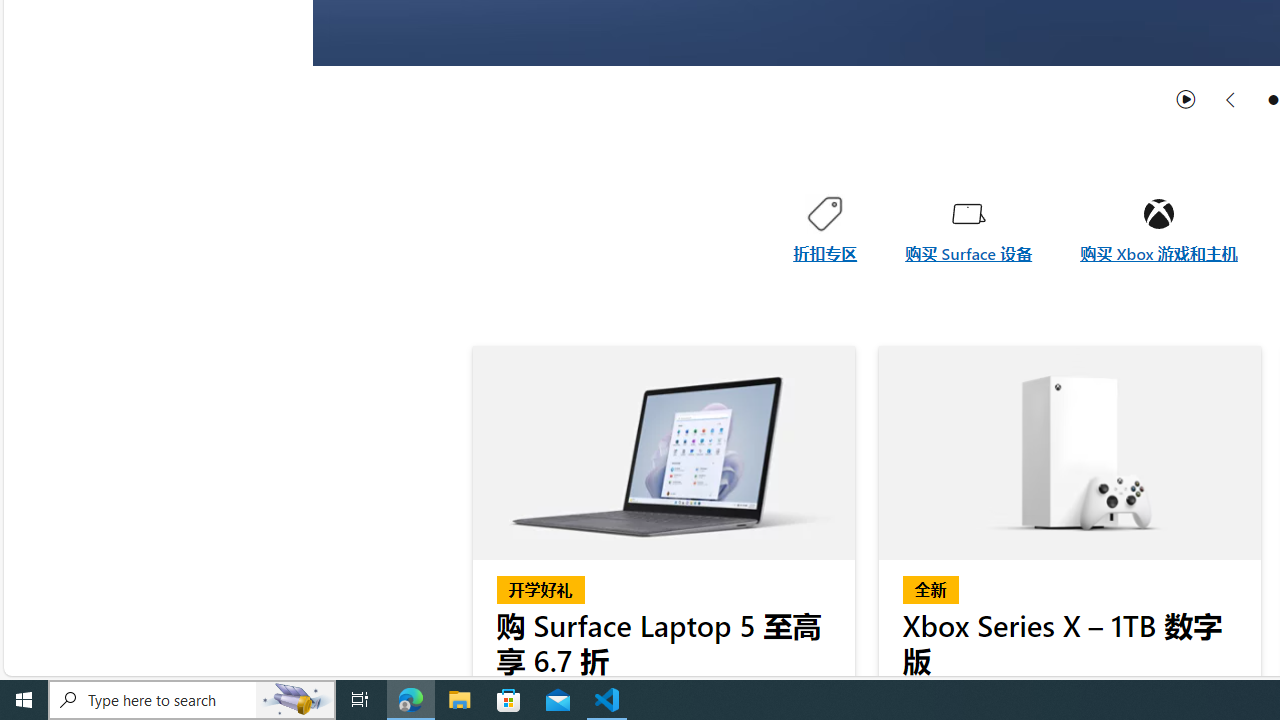 The width and height of the screenshot is (1280, 720). I want to click on 'Pause', so click(1186, 99).